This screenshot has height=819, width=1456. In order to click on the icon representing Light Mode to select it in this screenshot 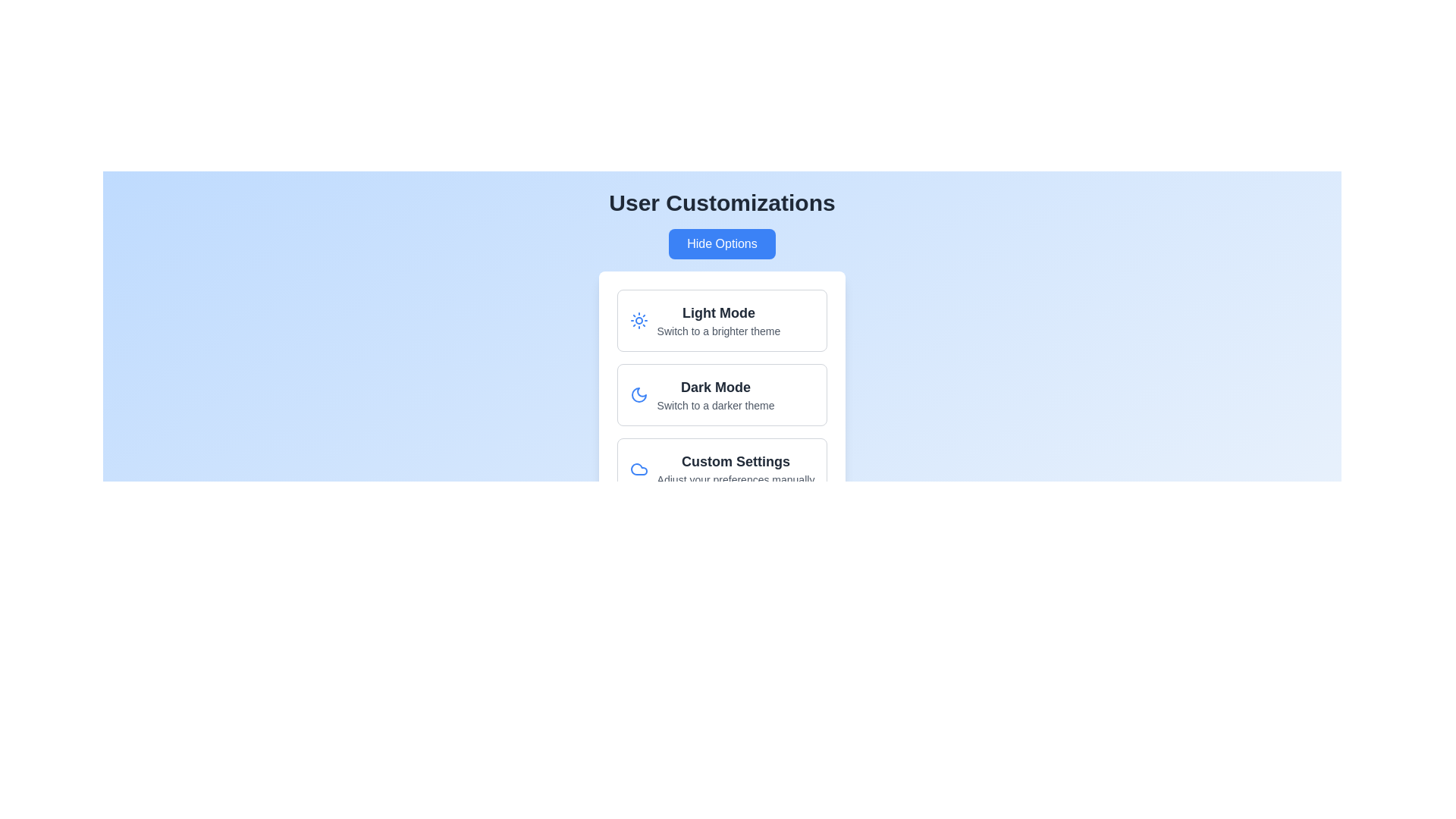, I will do `click(638, 320)`.